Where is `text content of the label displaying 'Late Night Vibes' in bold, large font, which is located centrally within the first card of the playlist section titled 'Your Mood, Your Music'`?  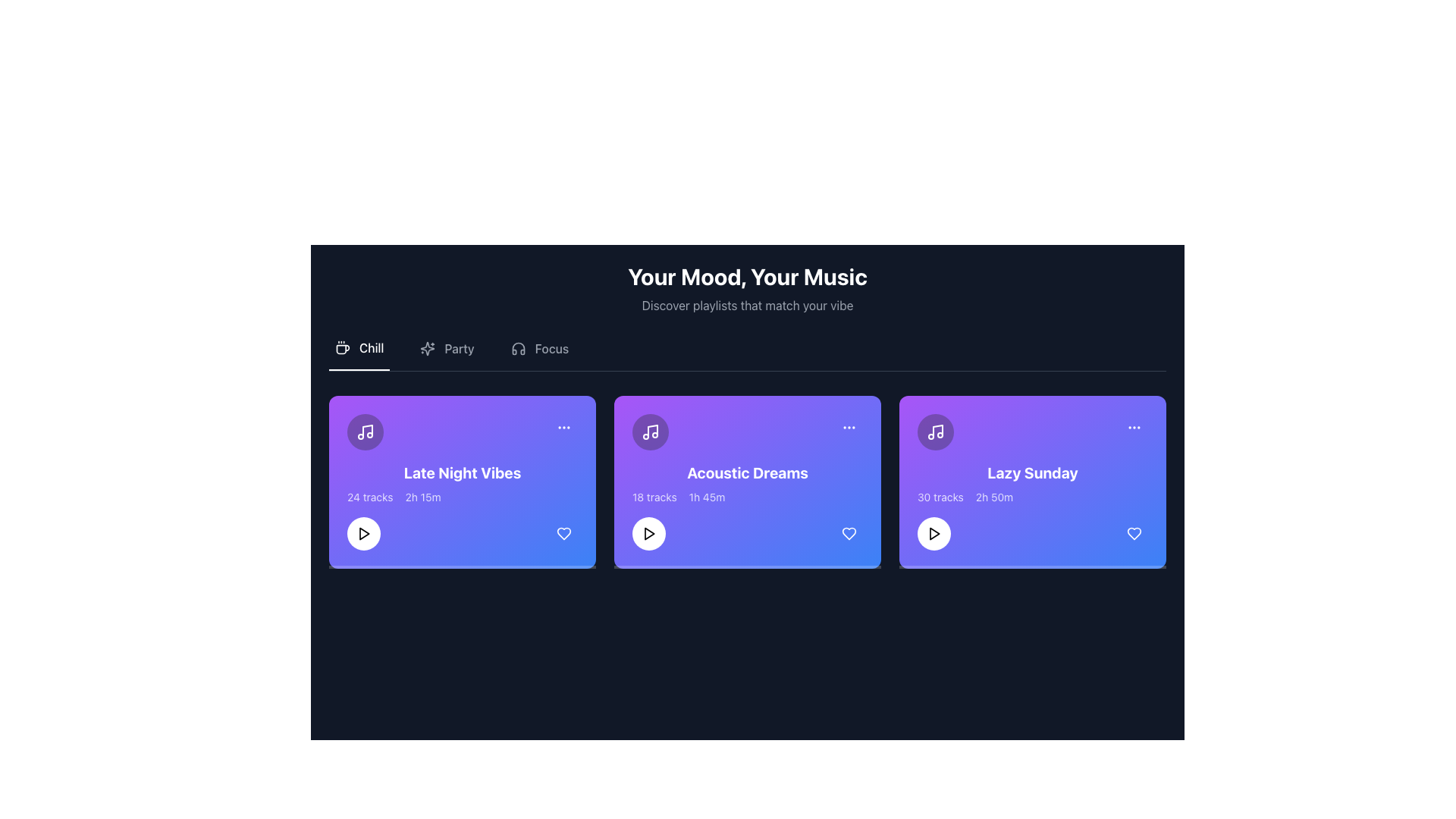
text content of the label displaying 'Late Night Vibes' in bold, large font, which is located centrally within the first card of the playlist section titled 'Your Mood, Your Music' is located at coordinates (461, 472).